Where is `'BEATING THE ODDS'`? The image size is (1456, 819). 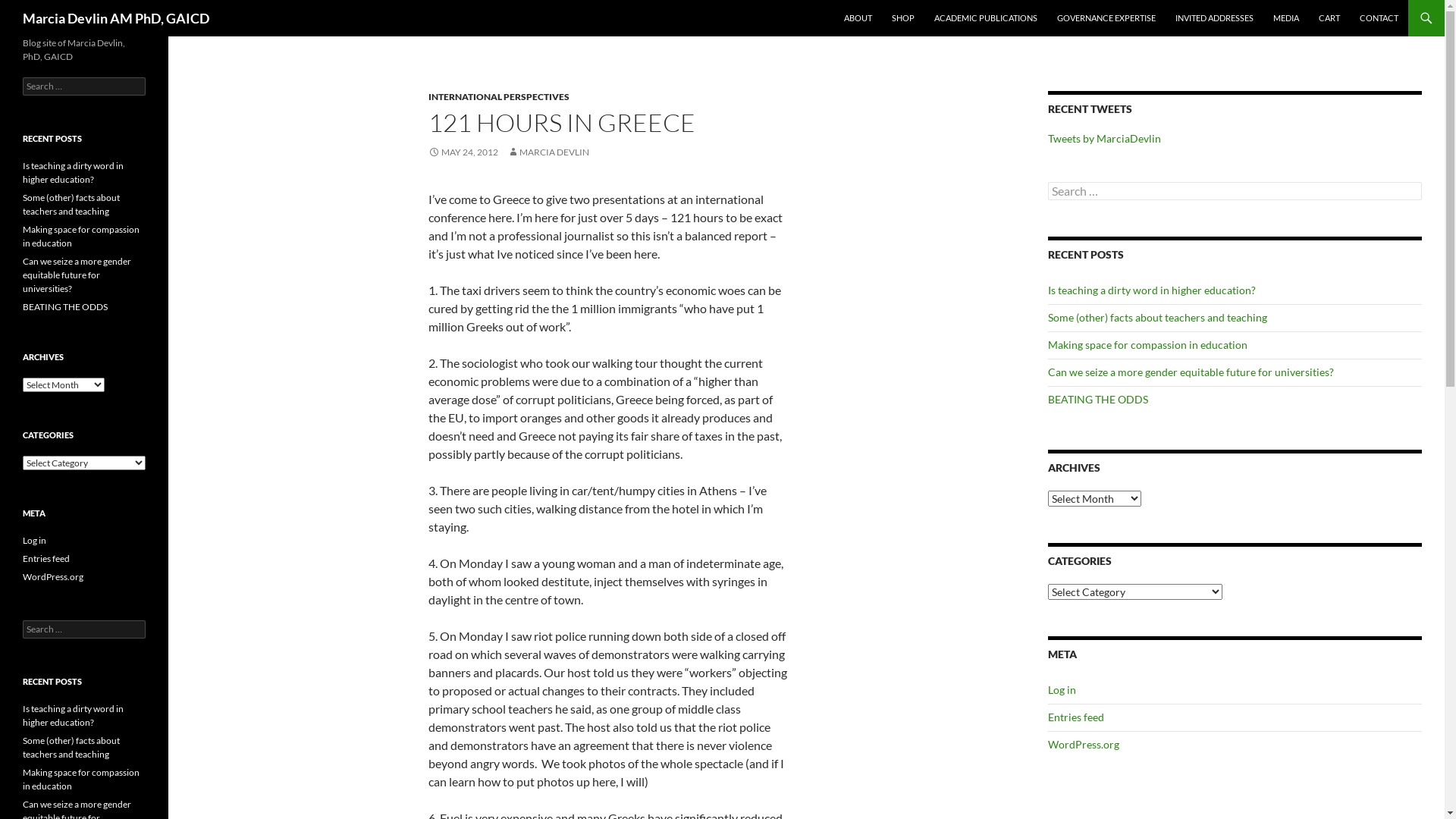
'BEATING THE ODDS' is located at coordinates (64, 306).